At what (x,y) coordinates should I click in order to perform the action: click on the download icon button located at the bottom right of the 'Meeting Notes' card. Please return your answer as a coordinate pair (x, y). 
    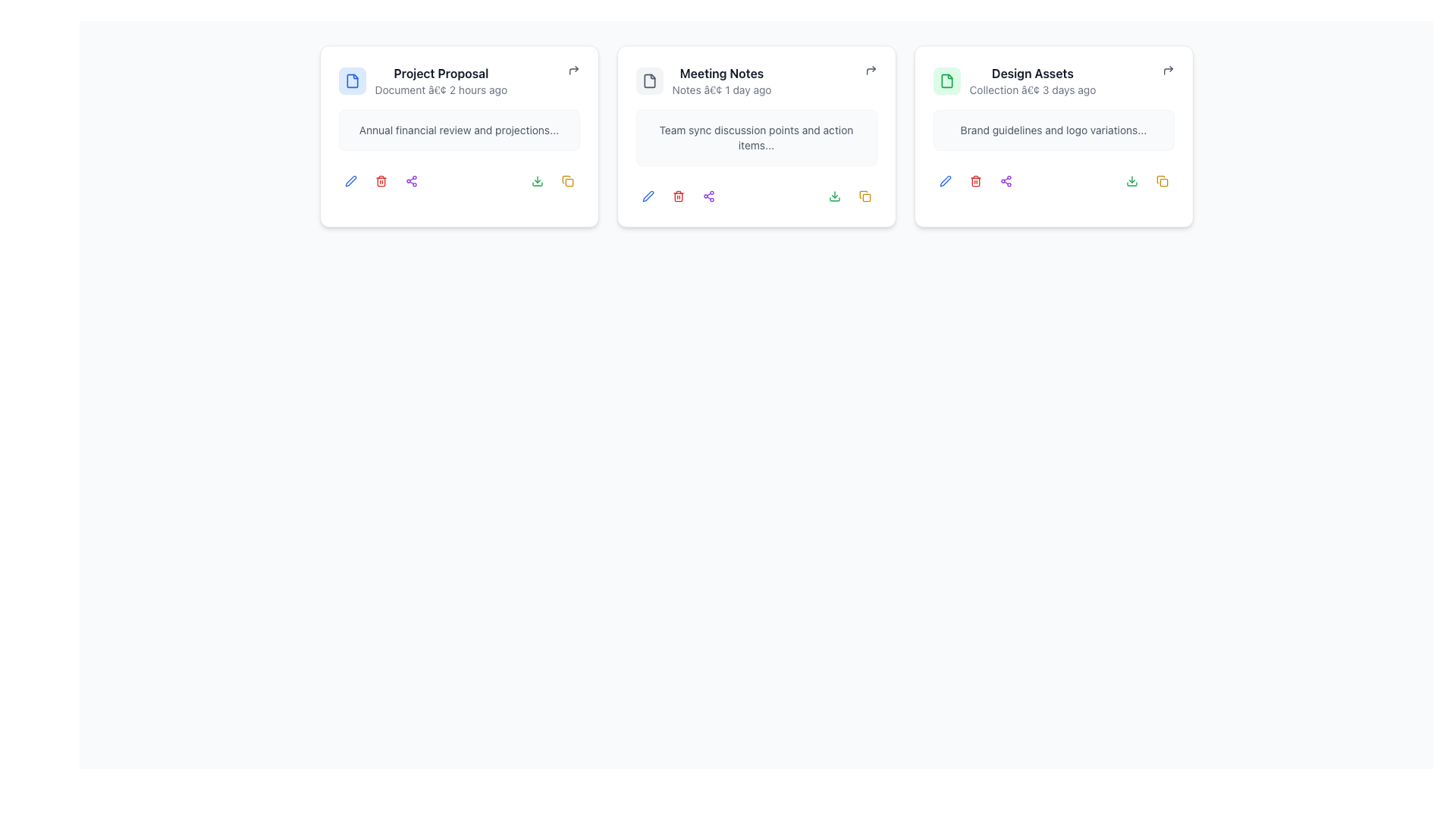
    Looking at the image, I should click on (537, 180).